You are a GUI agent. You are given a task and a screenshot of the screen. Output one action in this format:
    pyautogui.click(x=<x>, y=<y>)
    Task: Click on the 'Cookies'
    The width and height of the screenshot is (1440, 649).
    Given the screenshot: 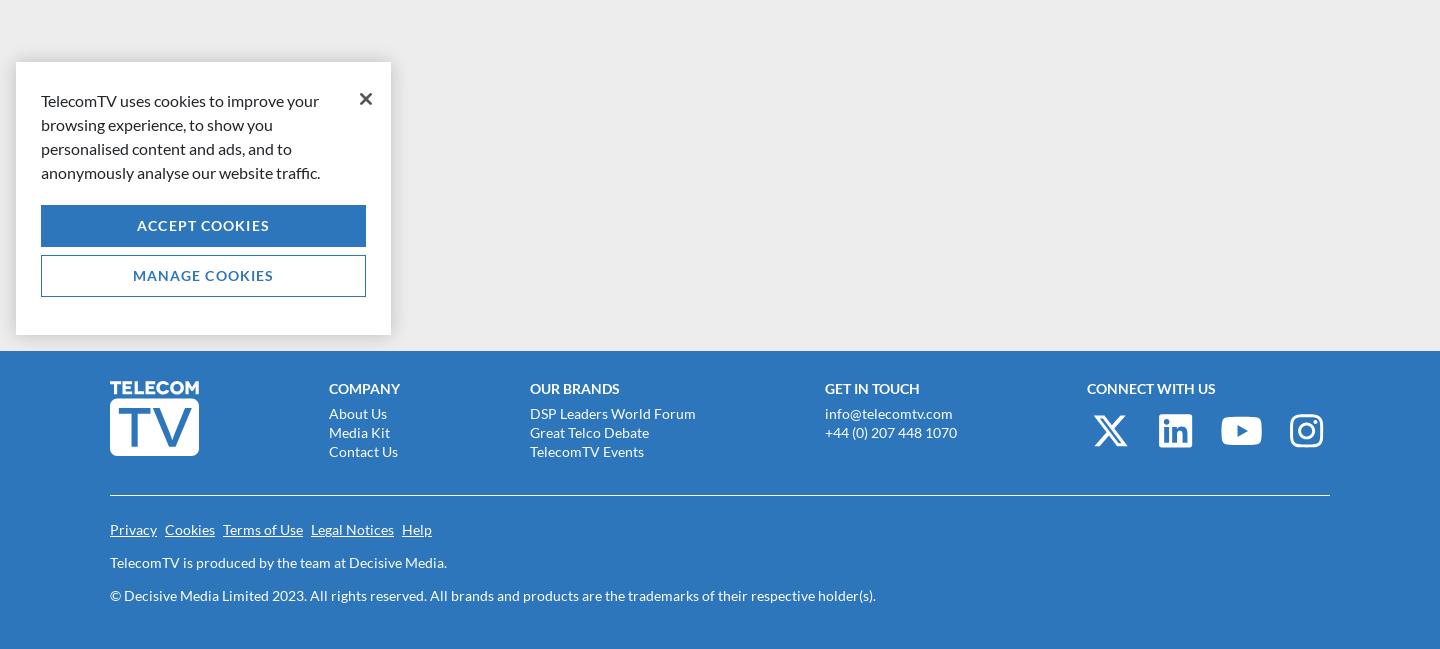 What is the action you would take?
    pyautogui.click(x=164, y=528)
    